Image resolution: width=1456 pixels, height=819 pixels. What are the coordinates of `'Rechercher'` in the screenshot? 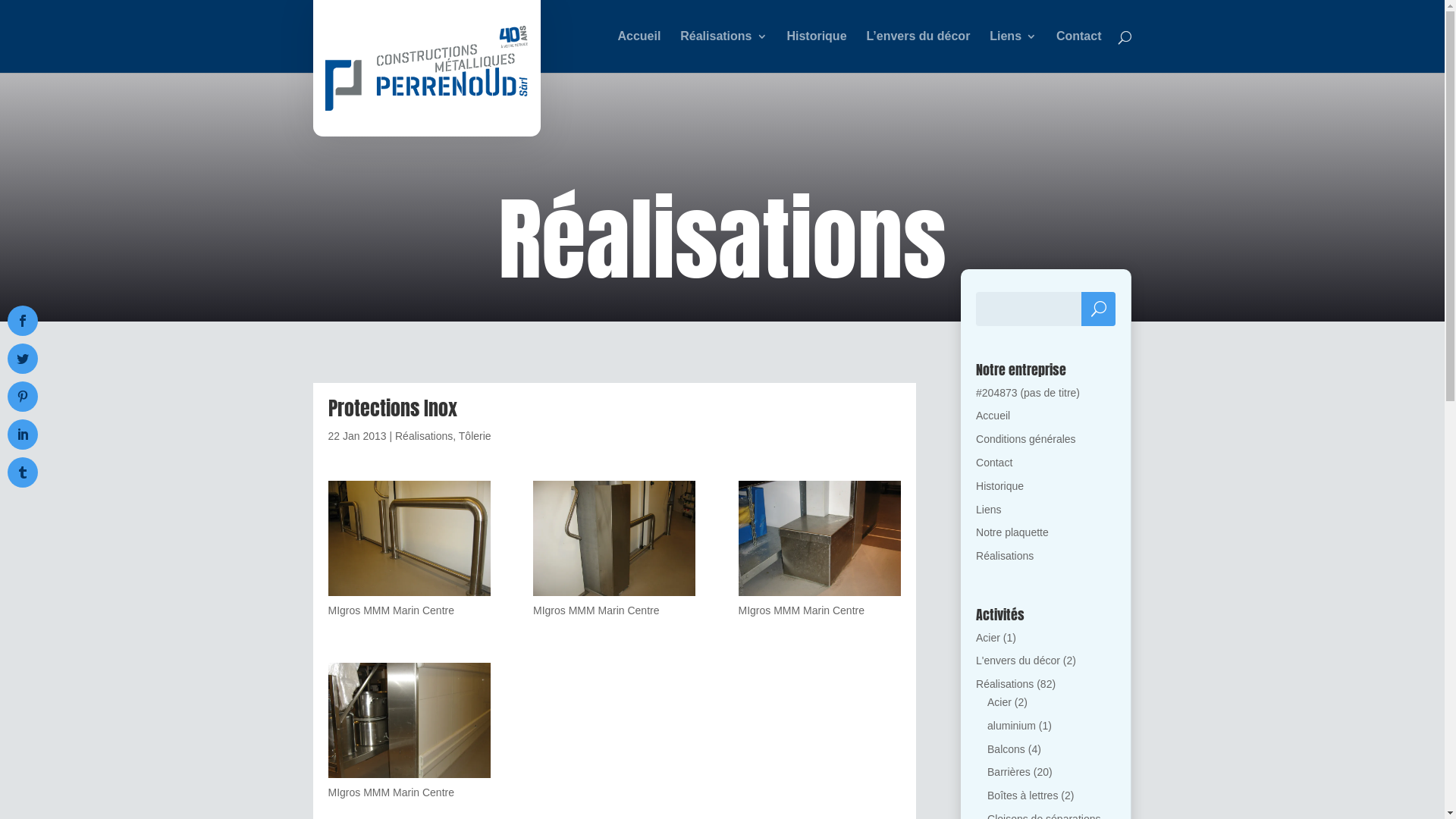 It's located at (1080, 308).